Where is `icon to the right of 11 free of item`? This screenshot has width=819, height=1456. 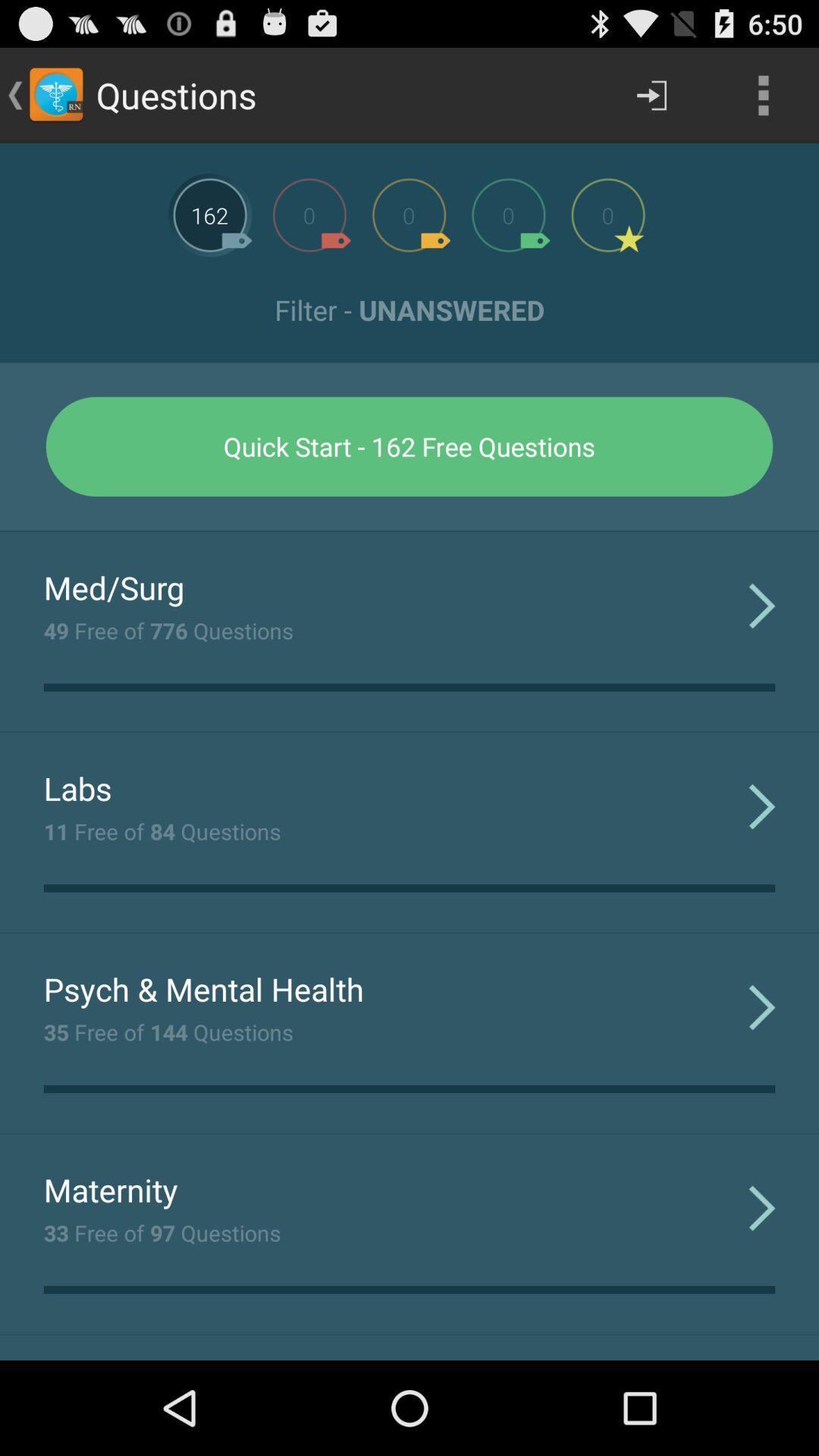
icon to the right of 11 free of item is located at coordinates (762, 805).